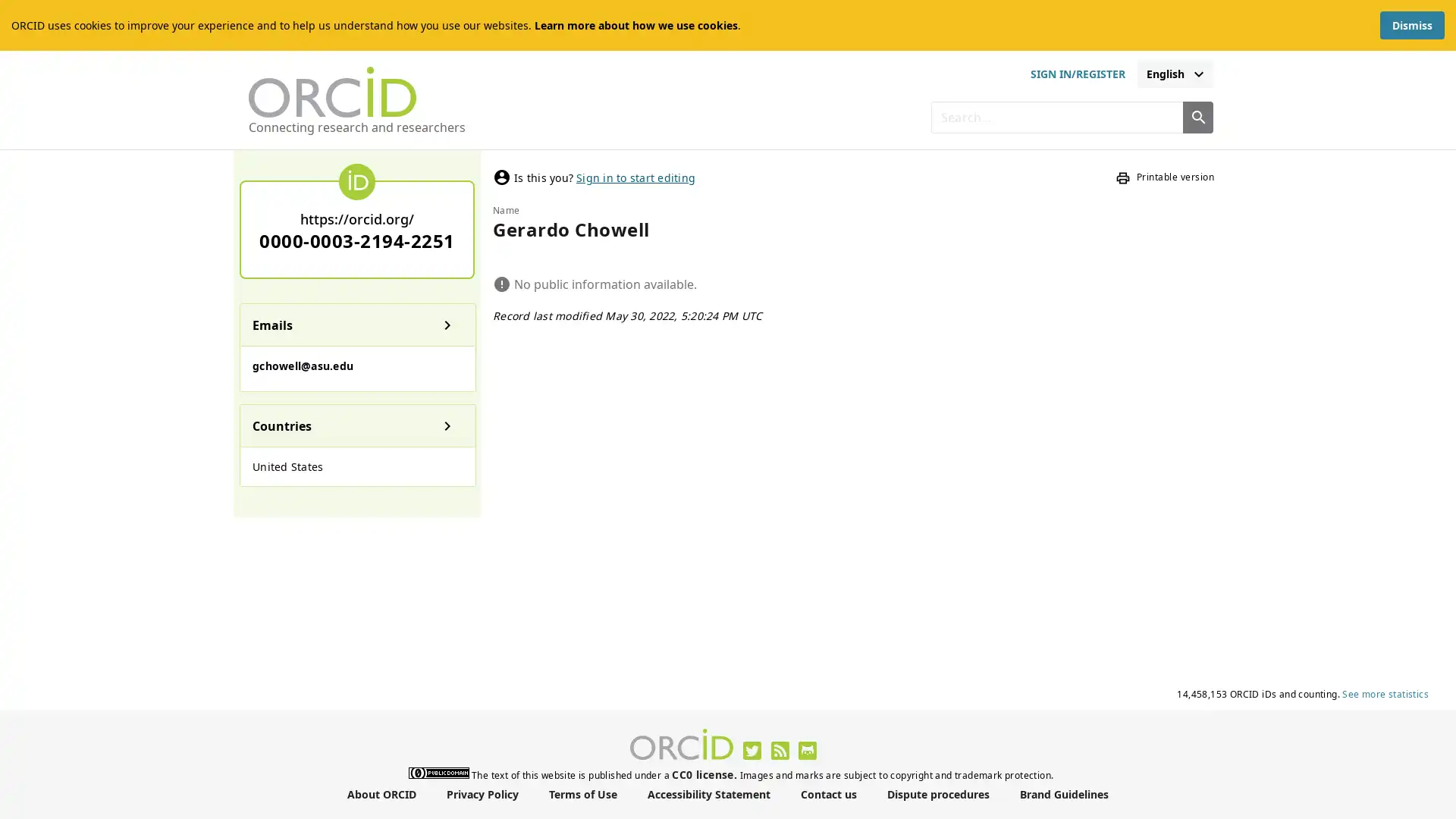 This screenshot has height=819, width=1456. Describe the element at coordinates (1076, 74) in the screenshot. I see `sign in or register` at that location.